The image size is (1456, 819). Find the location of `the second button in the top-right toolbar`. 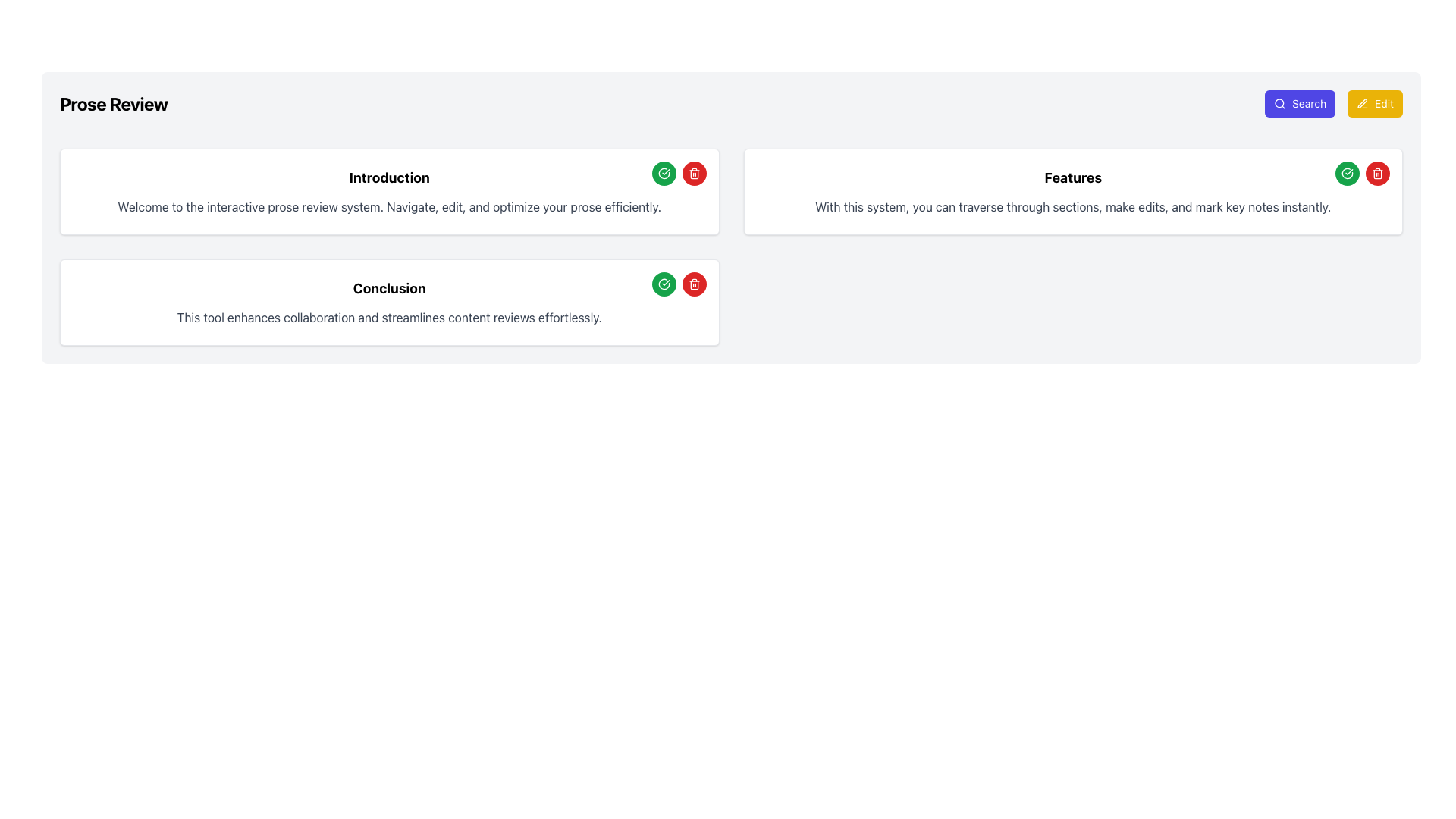

the second button in the top-right toolbar is located at coordinates (1375, 103).